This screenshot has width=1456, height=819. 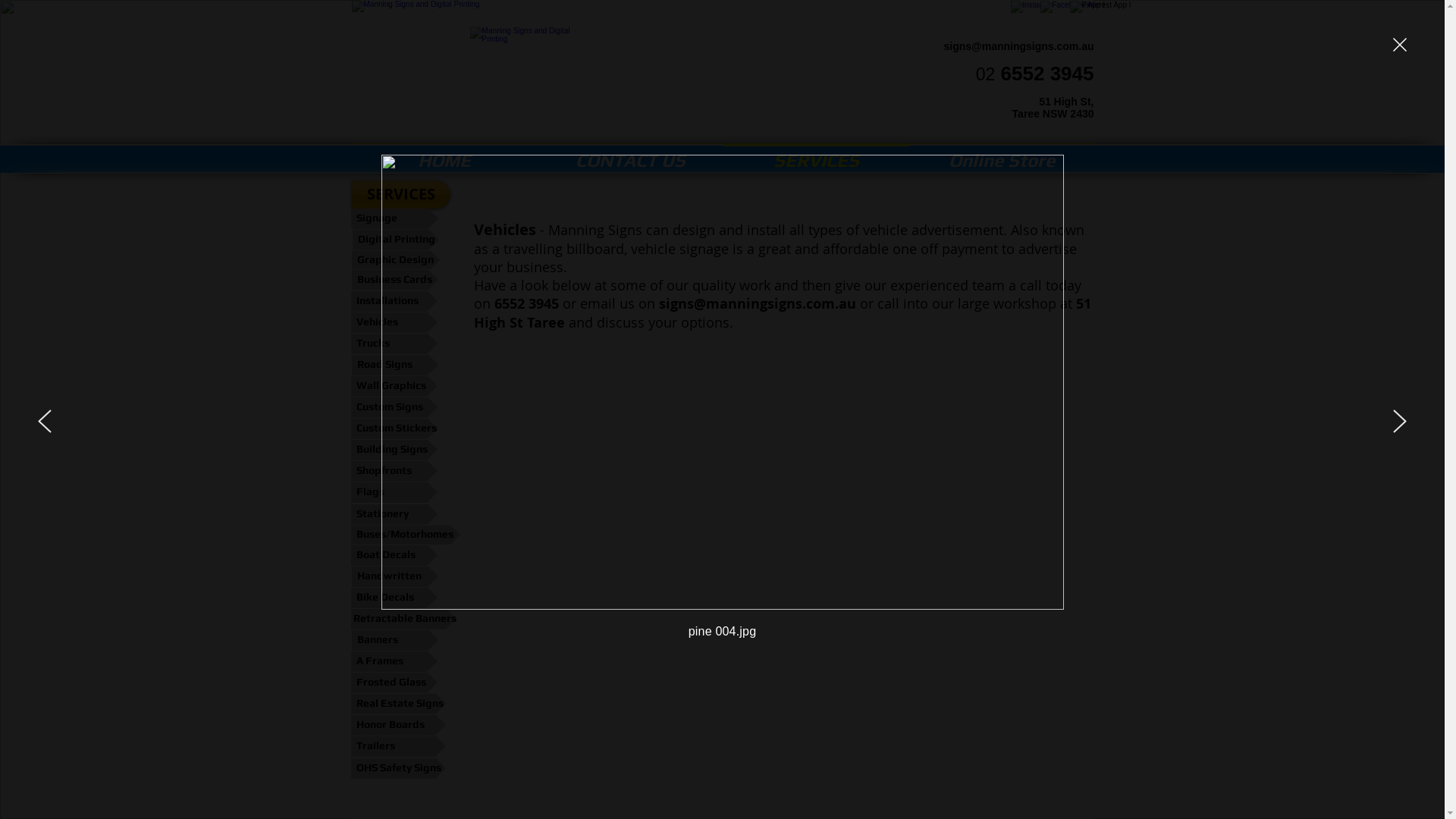 What do you see at coordinates (349, 596) in the screenshot?
I see `'Bike Decals'` at bounding box center [349, 596].